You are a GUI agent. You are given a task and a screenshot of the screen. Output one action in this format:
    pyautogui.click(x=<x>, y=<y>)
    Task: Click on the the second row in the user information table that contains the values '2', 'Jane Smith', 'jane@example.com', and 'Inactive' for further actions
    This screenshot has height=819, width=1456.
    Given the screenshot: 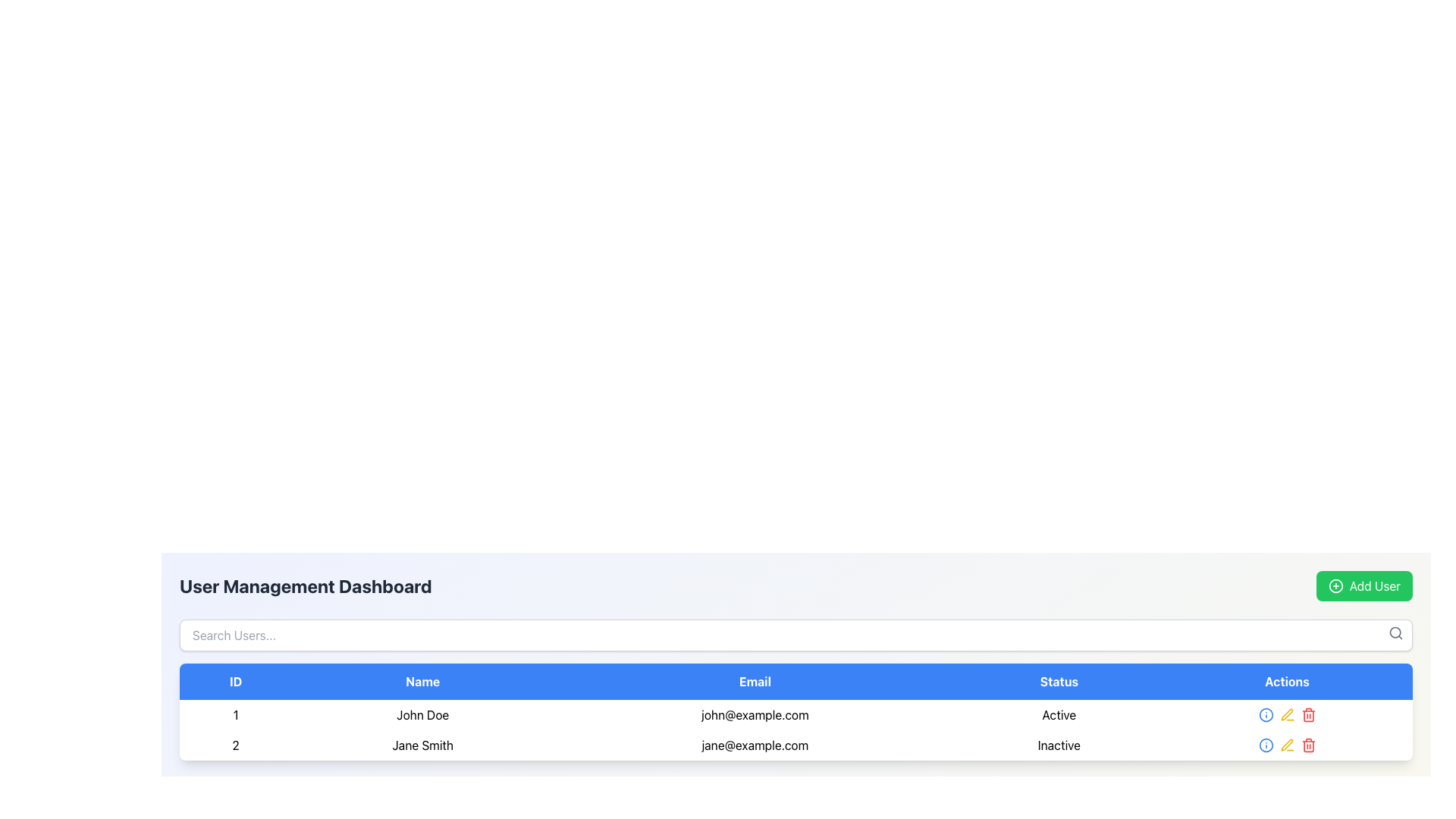 What is the action you would take?
    pyautogui.click(x=795, y=745)
    